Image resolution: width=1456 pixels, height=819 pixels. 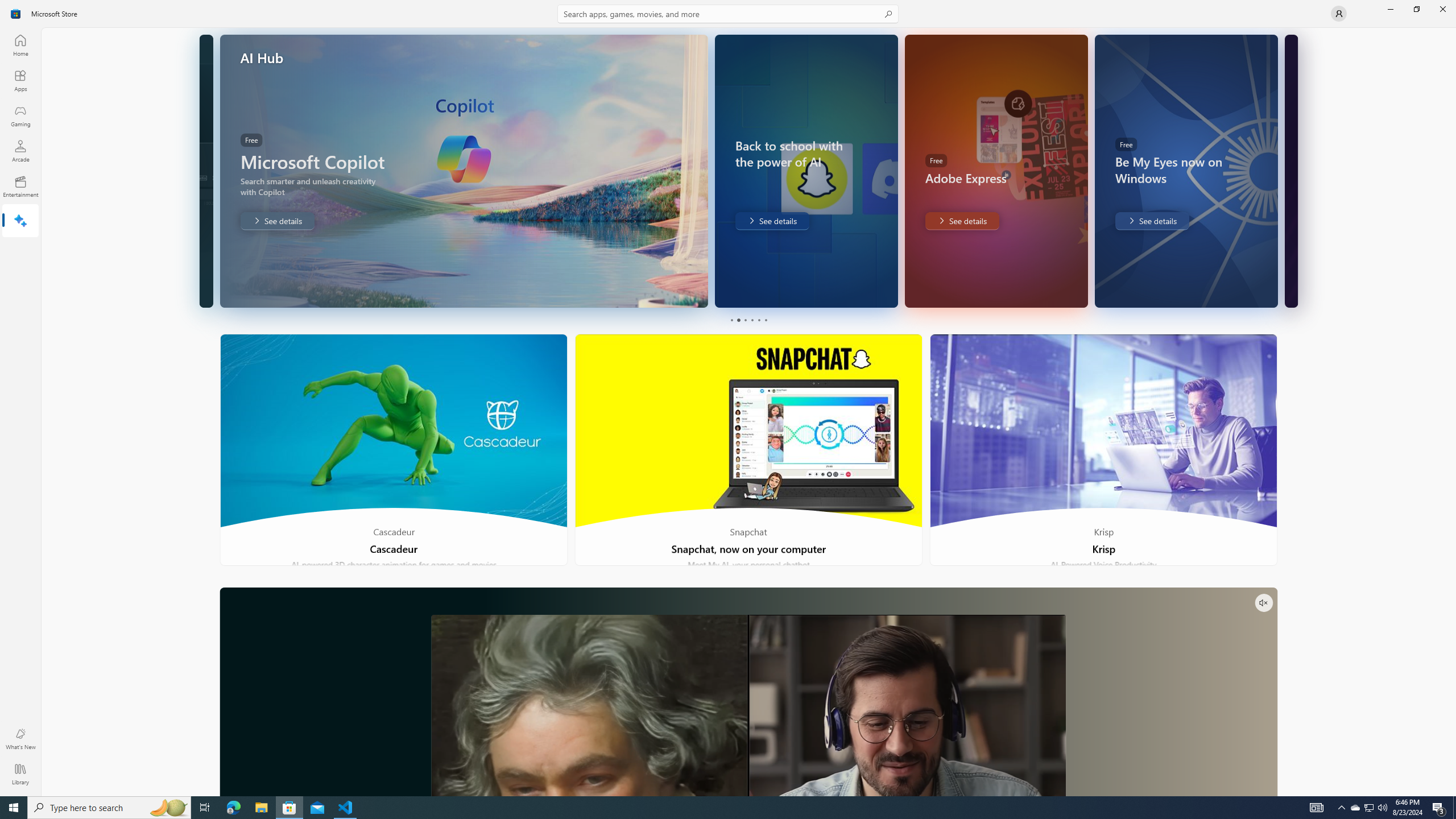 I want to click on 'Page 4', so click(x=751, y=320).